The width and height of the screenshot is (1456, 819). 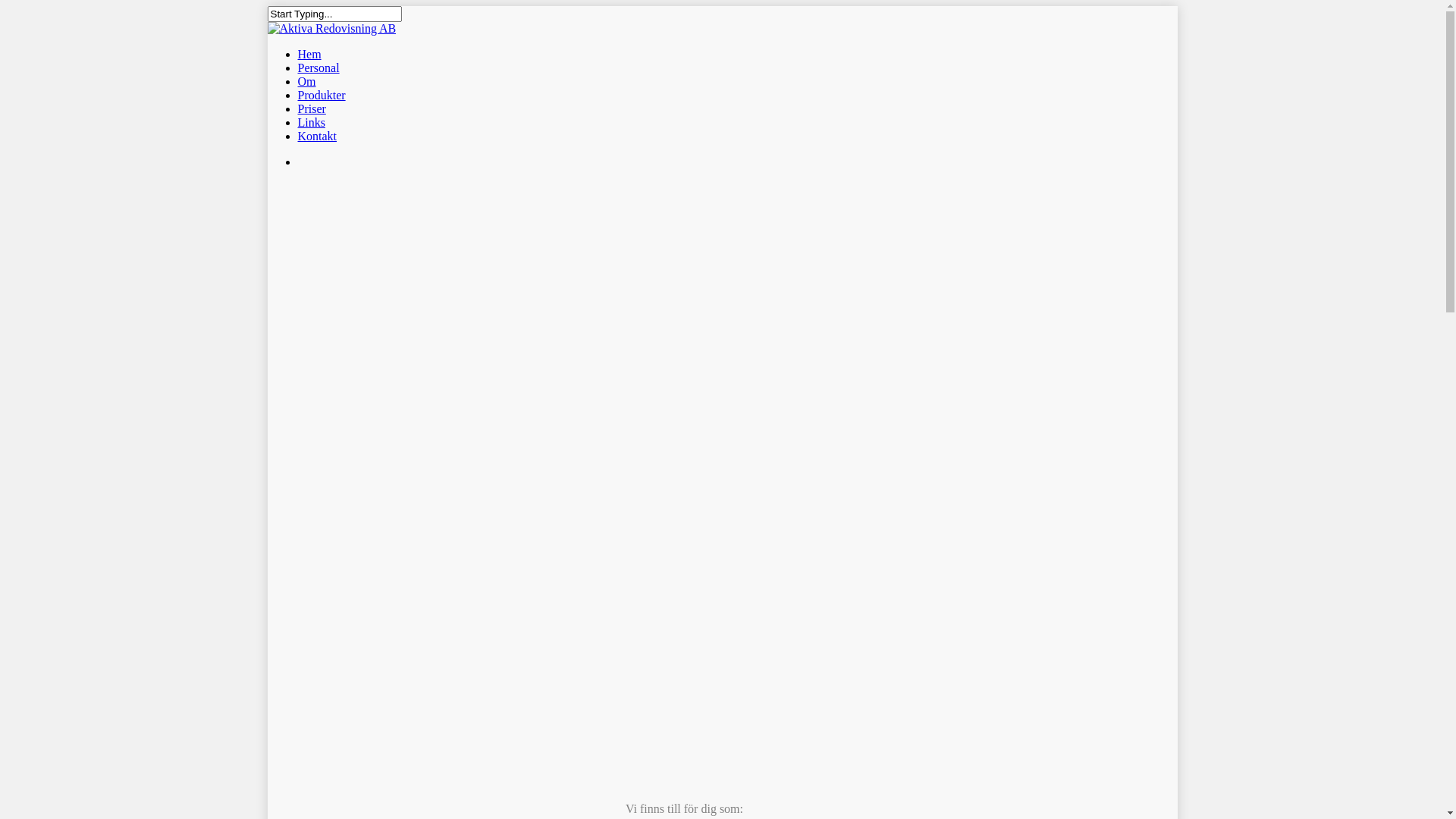 I want to click on 'Hem', so click(x=297, y=53).